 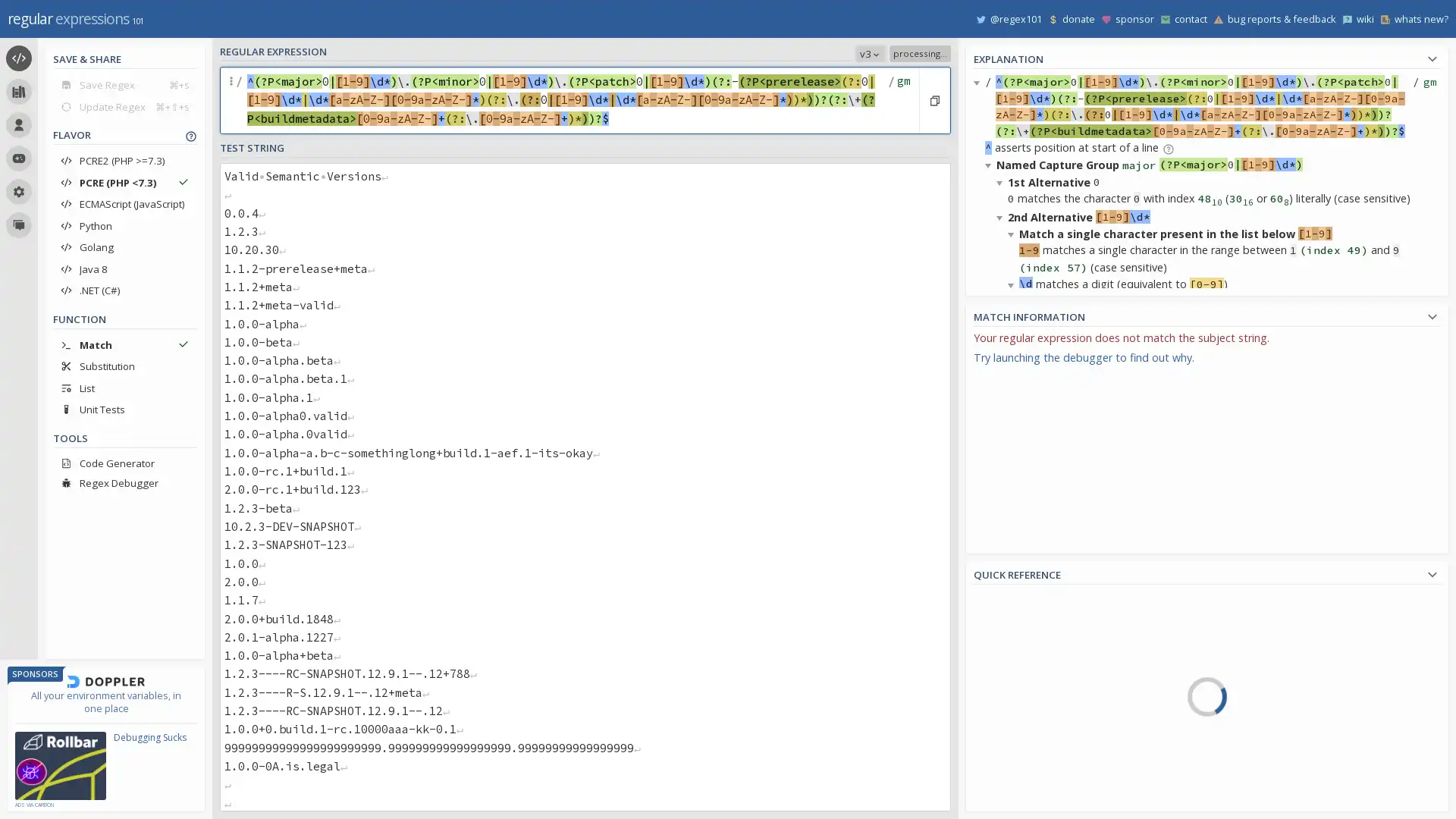 I want to click on Match 1, so click(x=1014, y=348).